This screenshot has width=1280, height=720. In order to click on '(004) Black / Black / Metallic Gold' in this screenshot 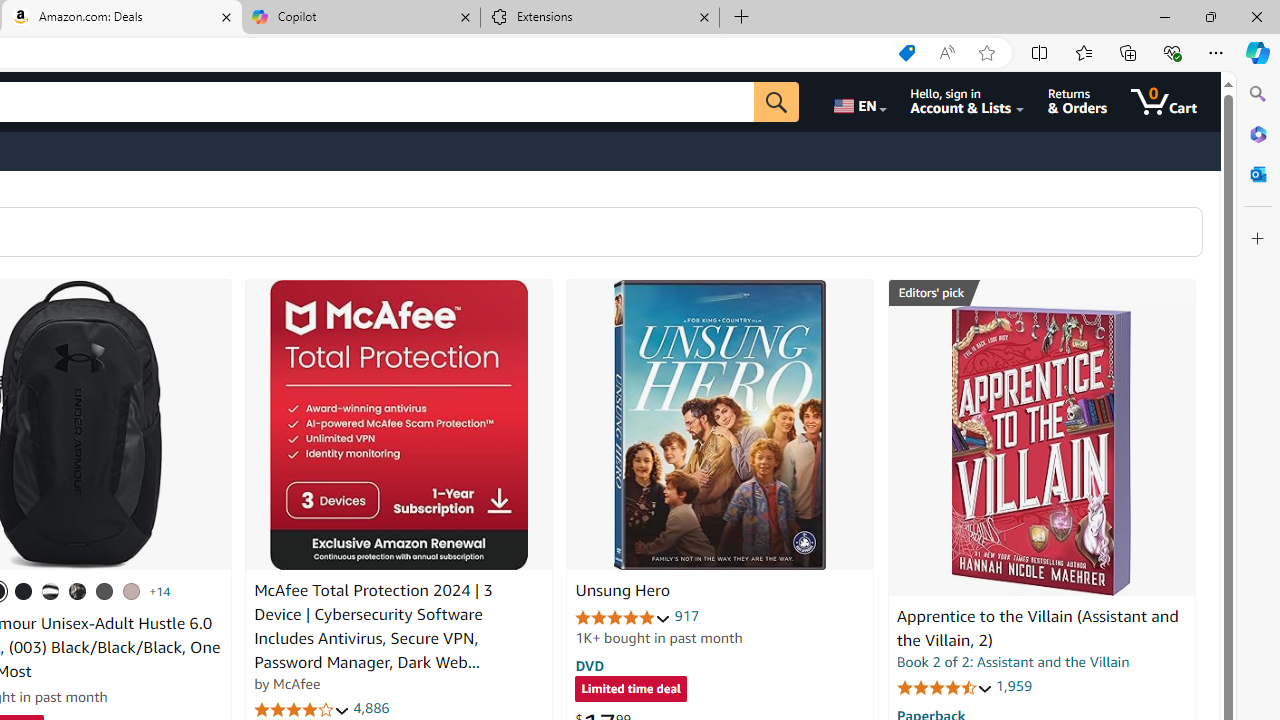, I will do `click(78, 590)`.